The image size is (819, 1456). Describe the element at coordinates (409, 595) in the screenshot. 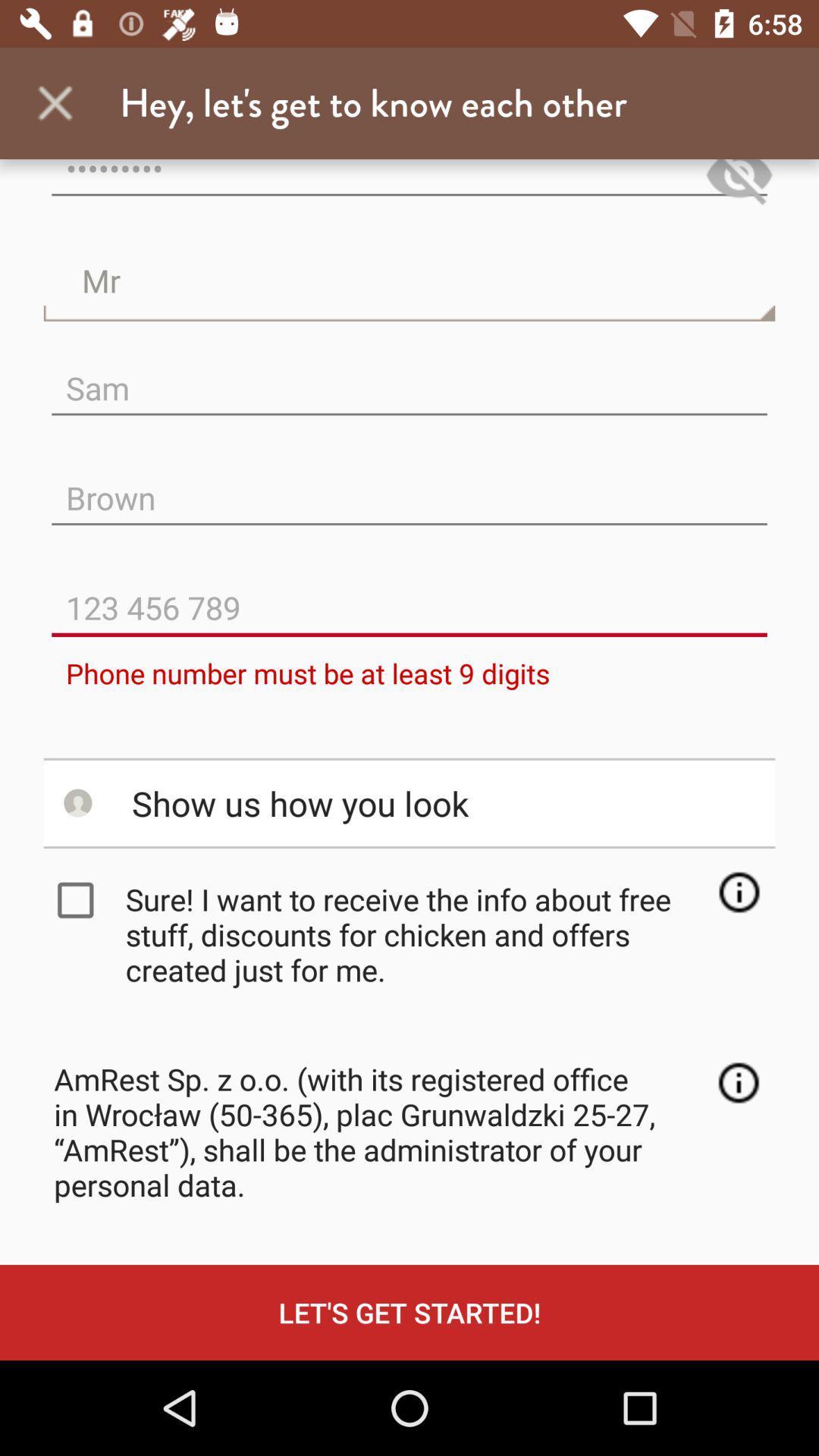

I see `icon below the brown` at that location.